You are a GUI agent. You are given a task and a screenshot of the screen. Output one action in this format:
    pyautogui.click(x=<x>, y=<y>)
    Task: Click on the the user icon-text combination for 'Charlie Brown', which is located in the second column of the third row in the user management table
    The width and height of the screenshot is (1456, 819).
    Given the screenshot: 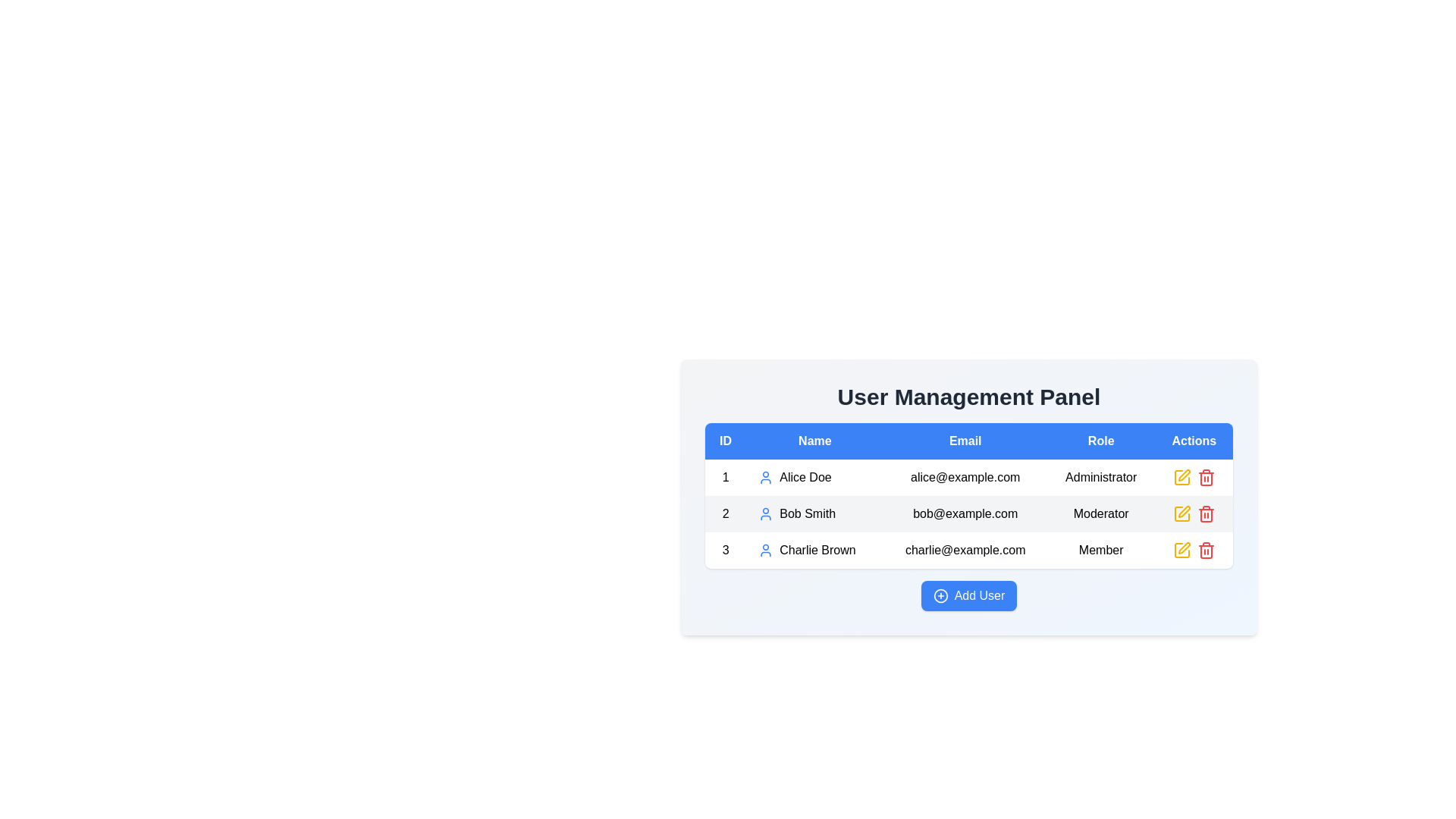 What is the action you would take?
    pyautogui.click(x=814, y=550)
    